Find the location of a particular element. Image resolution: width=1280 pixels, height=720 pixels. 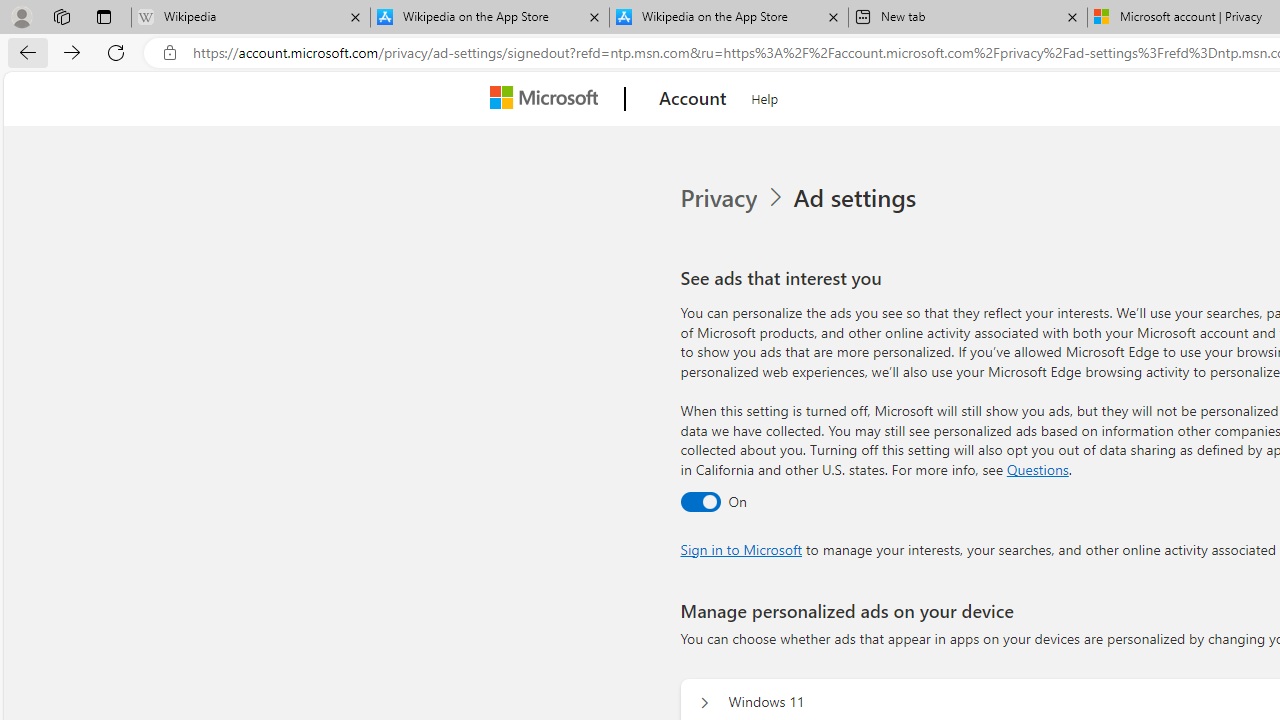

'Privacy' is located at coordinates (733, 198).